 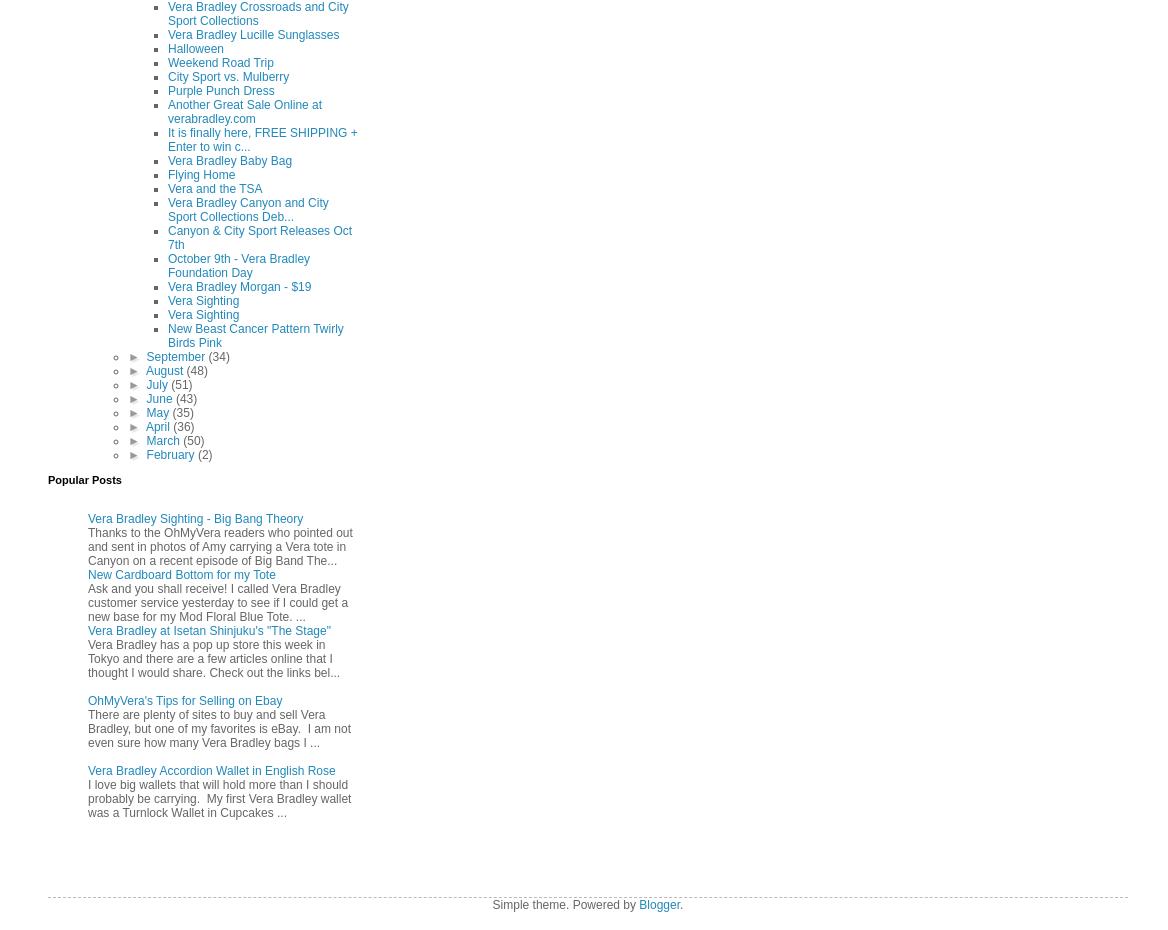 I want to click on 'It is finally here, FREE SHIPPING + Enter to win c...', so click(x=261, y=139).